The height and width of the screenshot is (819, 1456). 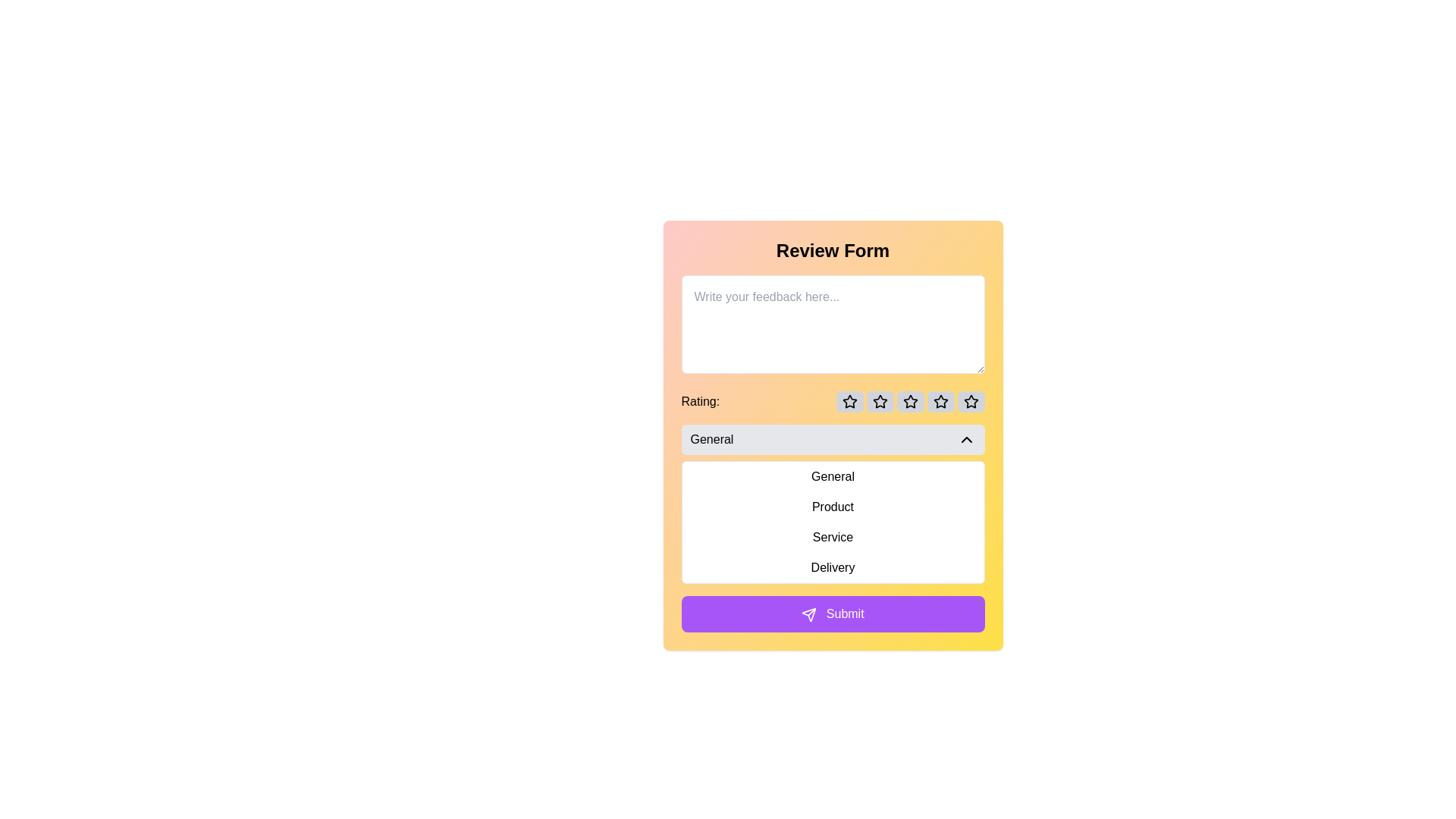 What do you see at coordinates (910, 400) in the screenshot?
I see `the interactive SVG star icon located below the 'Rating:' label` at bounding box center [910, 400].